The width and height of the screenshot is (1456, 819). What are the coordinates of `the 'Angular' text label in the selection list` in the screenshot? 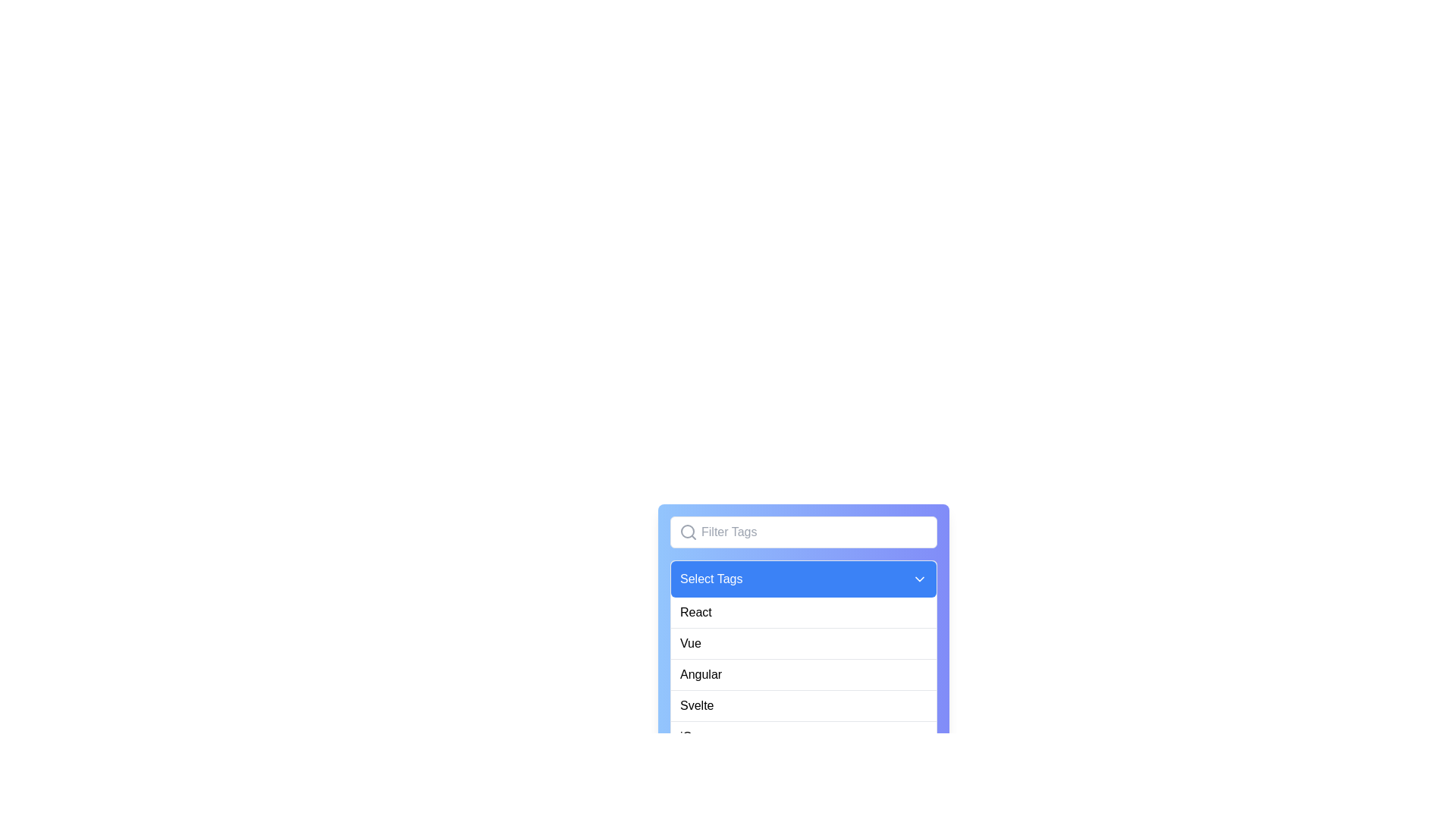 It's located at (700, 674).